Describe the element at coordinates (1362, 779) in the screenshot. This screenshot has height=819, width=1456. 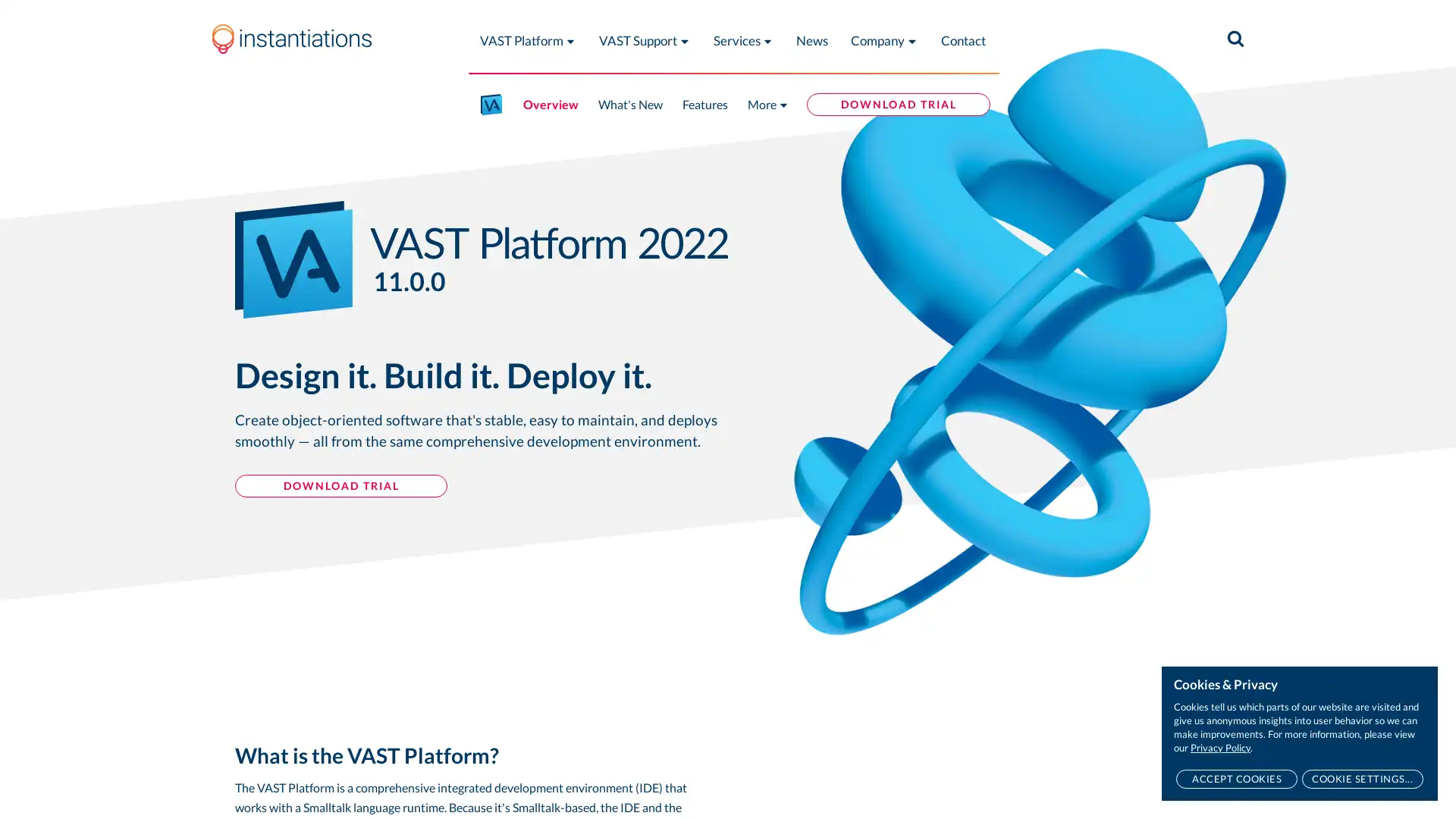
I see `COOKIE SETTINGS...` at that location.